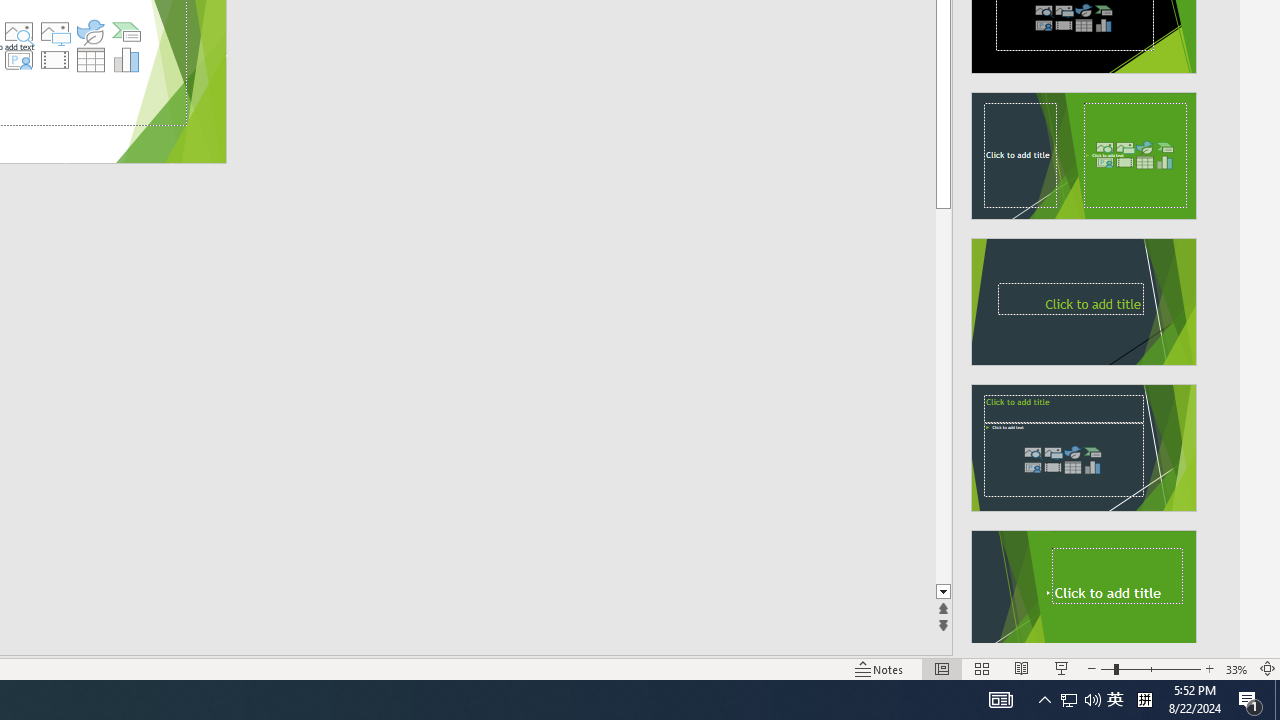  I want to click on 'Insert Cameo', so click(18, 59).